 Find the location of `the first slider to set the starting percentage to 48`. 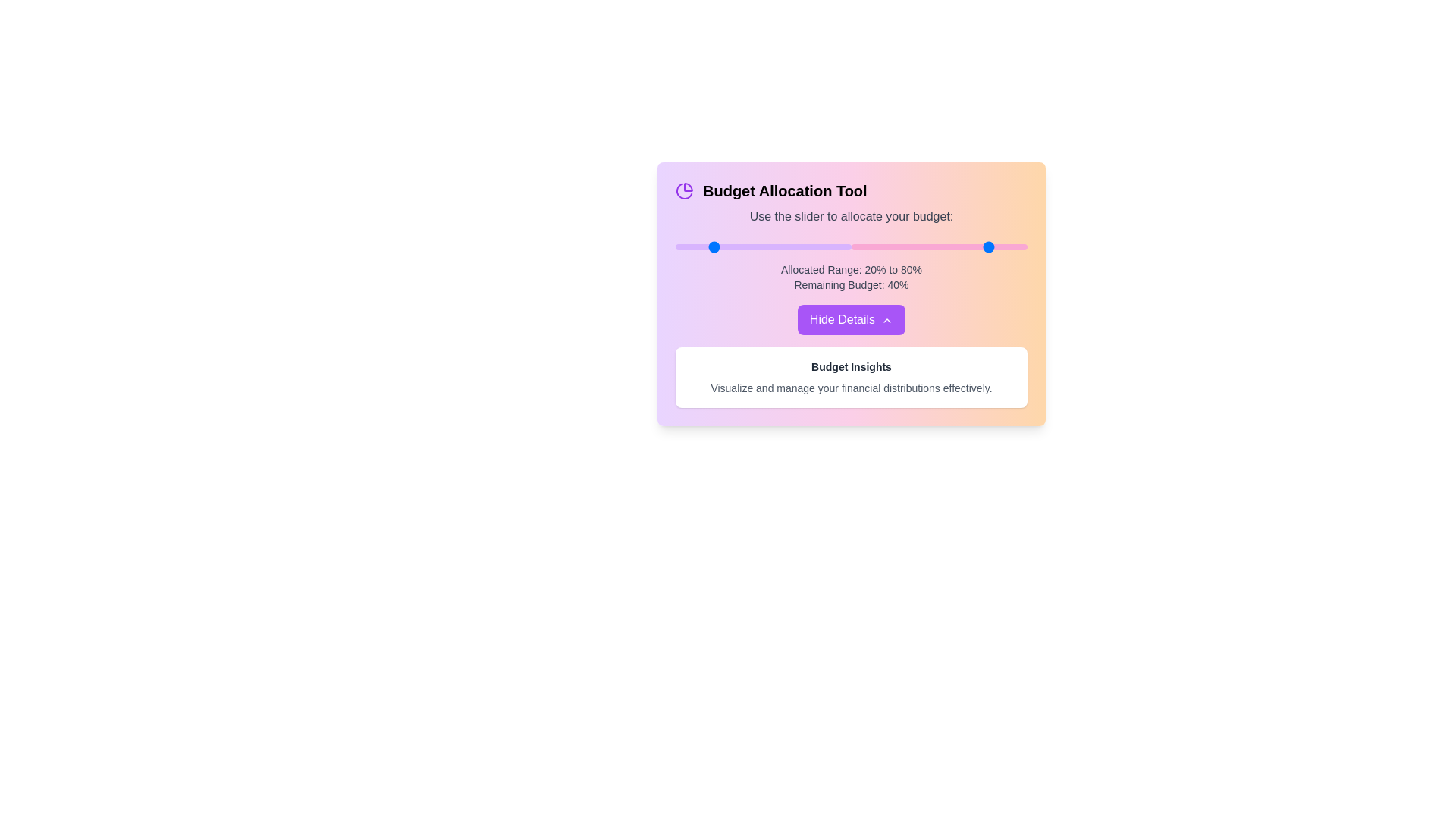

the first slider to set the starting percentage to 48 is located at coordinates (760, 246).